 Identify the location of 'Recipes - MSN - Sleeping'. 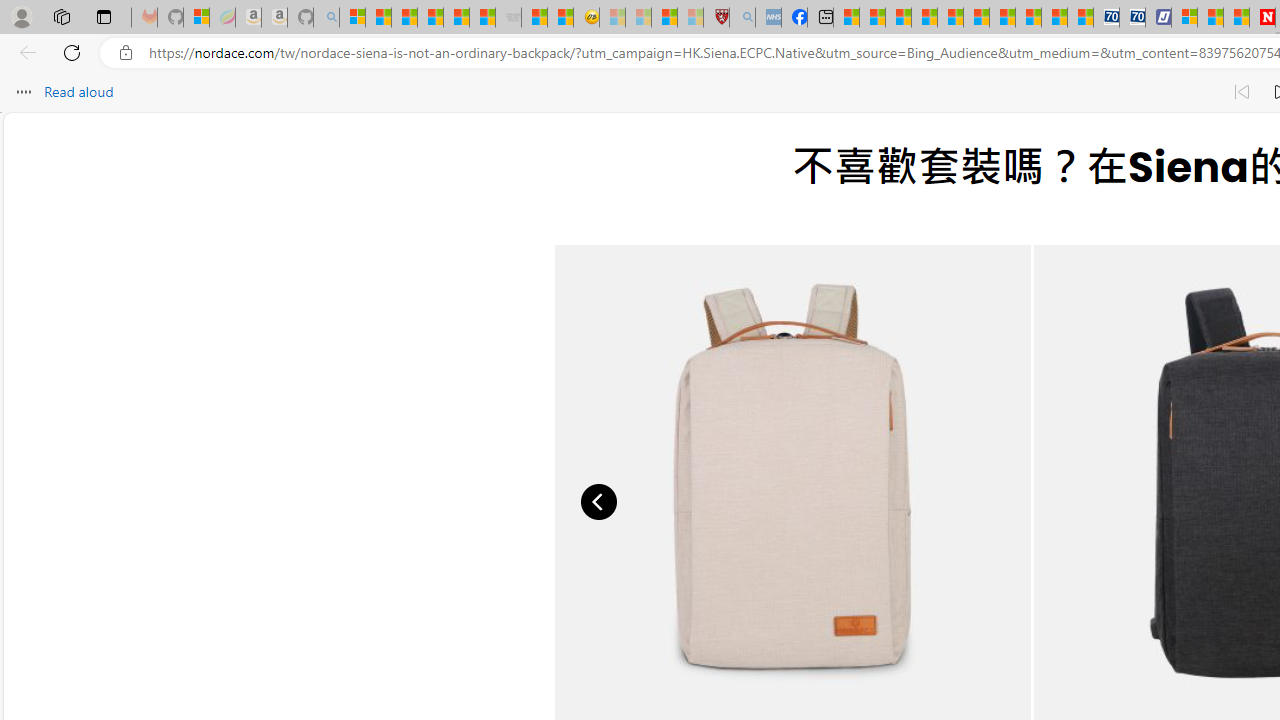
(611, 17).